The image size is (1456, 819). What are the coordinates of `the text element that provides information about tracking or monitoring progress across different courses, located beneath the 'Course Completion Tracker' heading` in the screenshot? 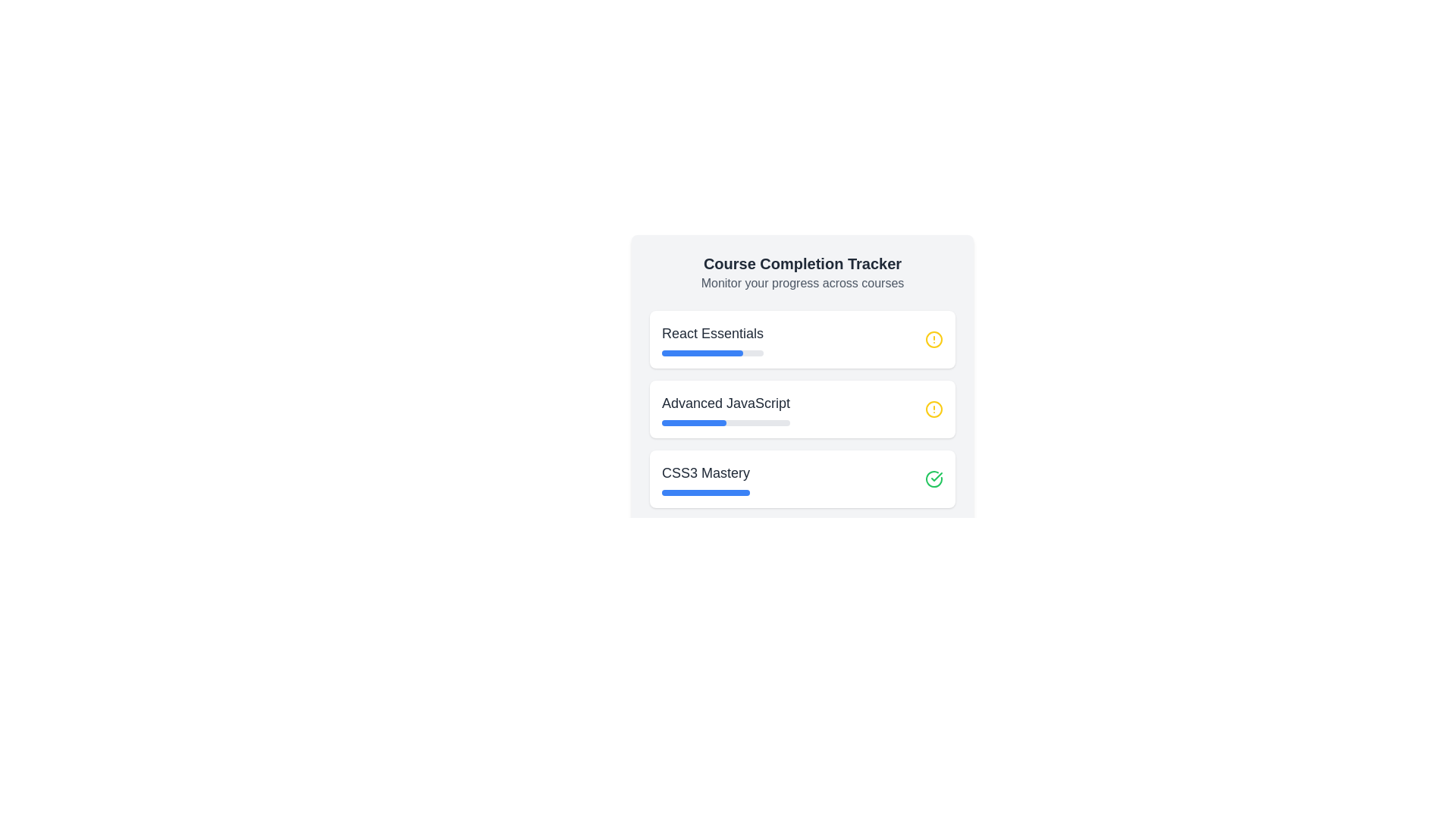 It's located at (802, 284).